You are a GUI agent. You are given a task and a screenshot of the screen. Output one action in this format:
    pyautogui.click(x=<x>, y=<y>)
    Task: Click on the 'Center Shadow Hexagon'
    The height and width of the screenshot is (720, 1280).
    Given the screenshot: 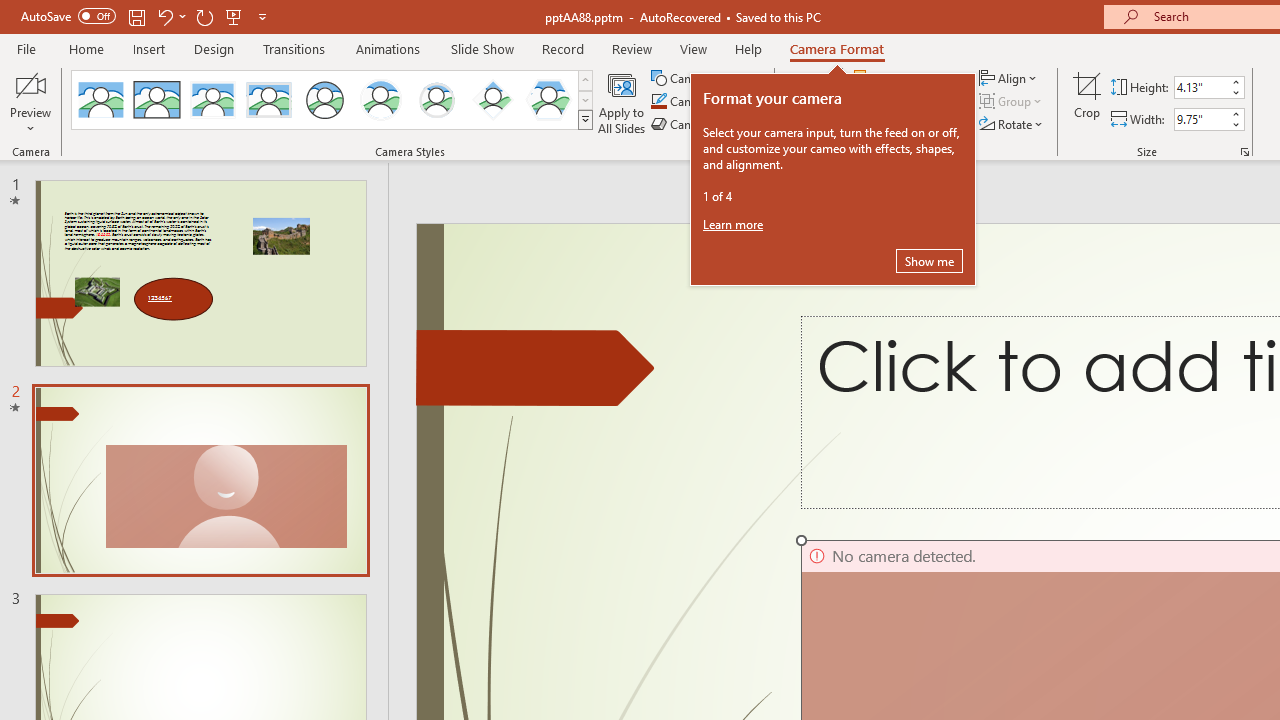 What is the action you would take?
    pyautogui.click(x=549, y=100)
    